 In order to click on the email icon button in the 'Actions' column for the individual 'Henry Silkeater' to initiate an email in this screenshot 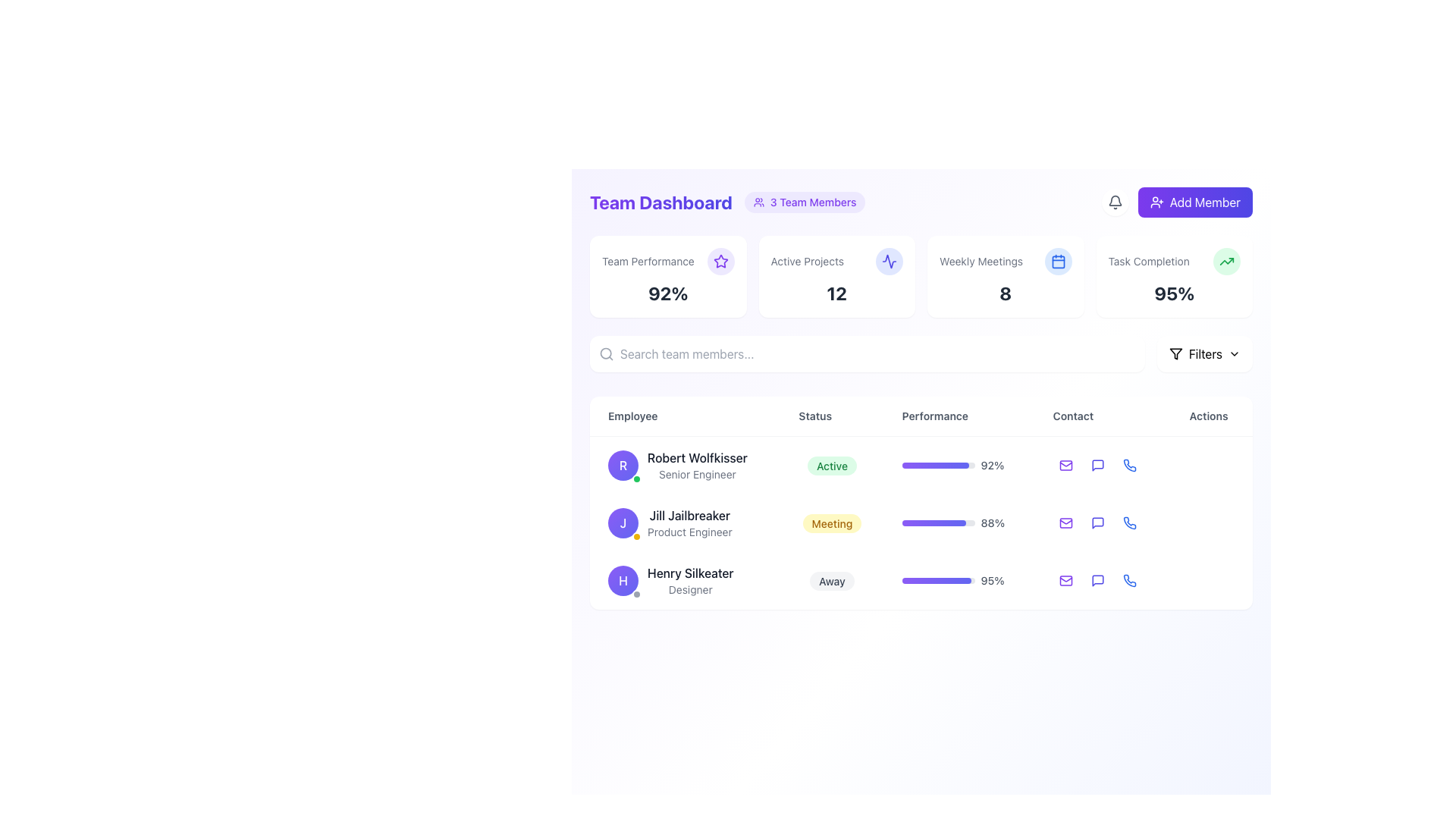, I will do `click(1065, 580)`.